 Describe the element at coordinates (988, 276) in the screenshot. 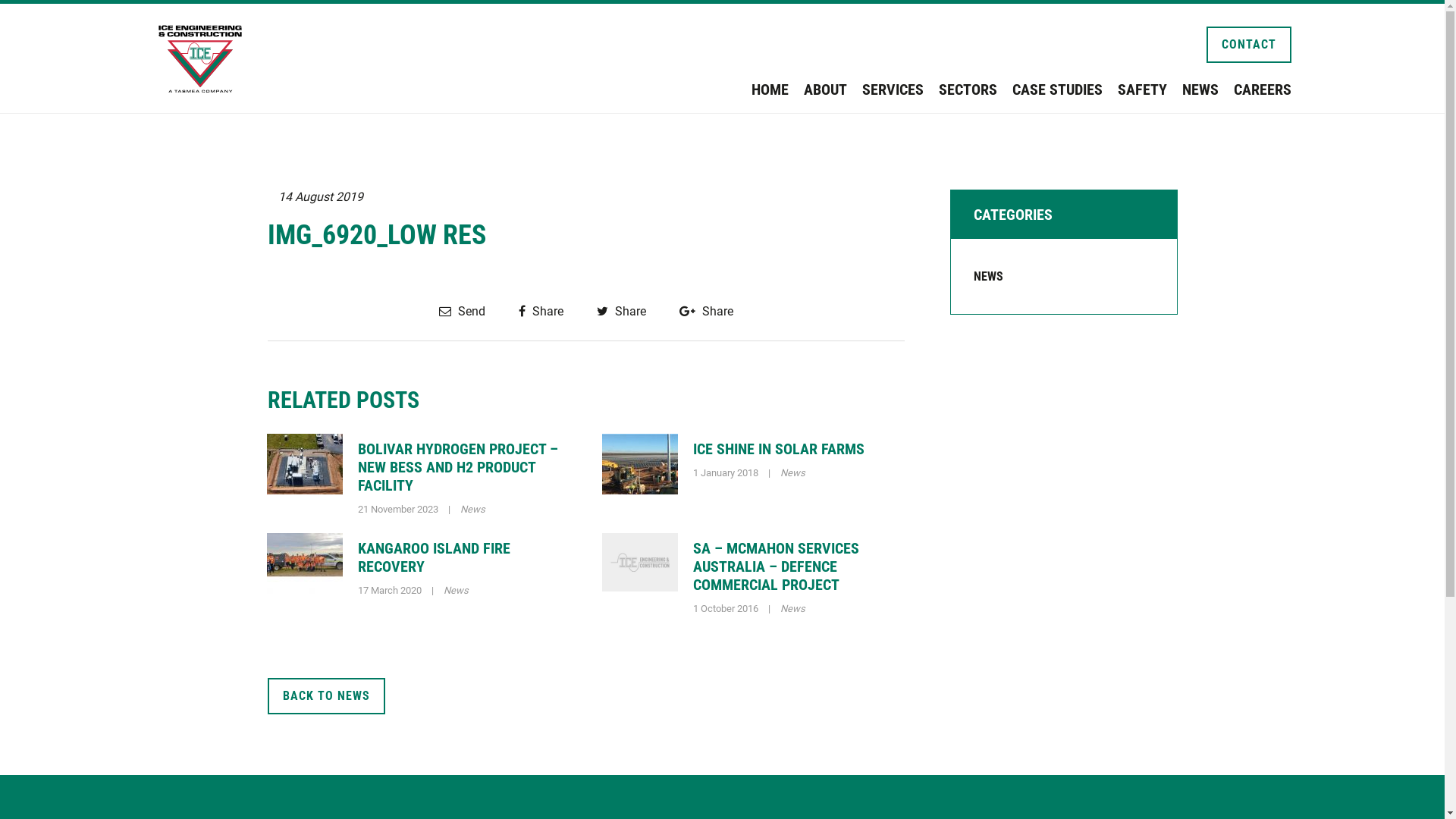

I see `'NEWS'` at that location.